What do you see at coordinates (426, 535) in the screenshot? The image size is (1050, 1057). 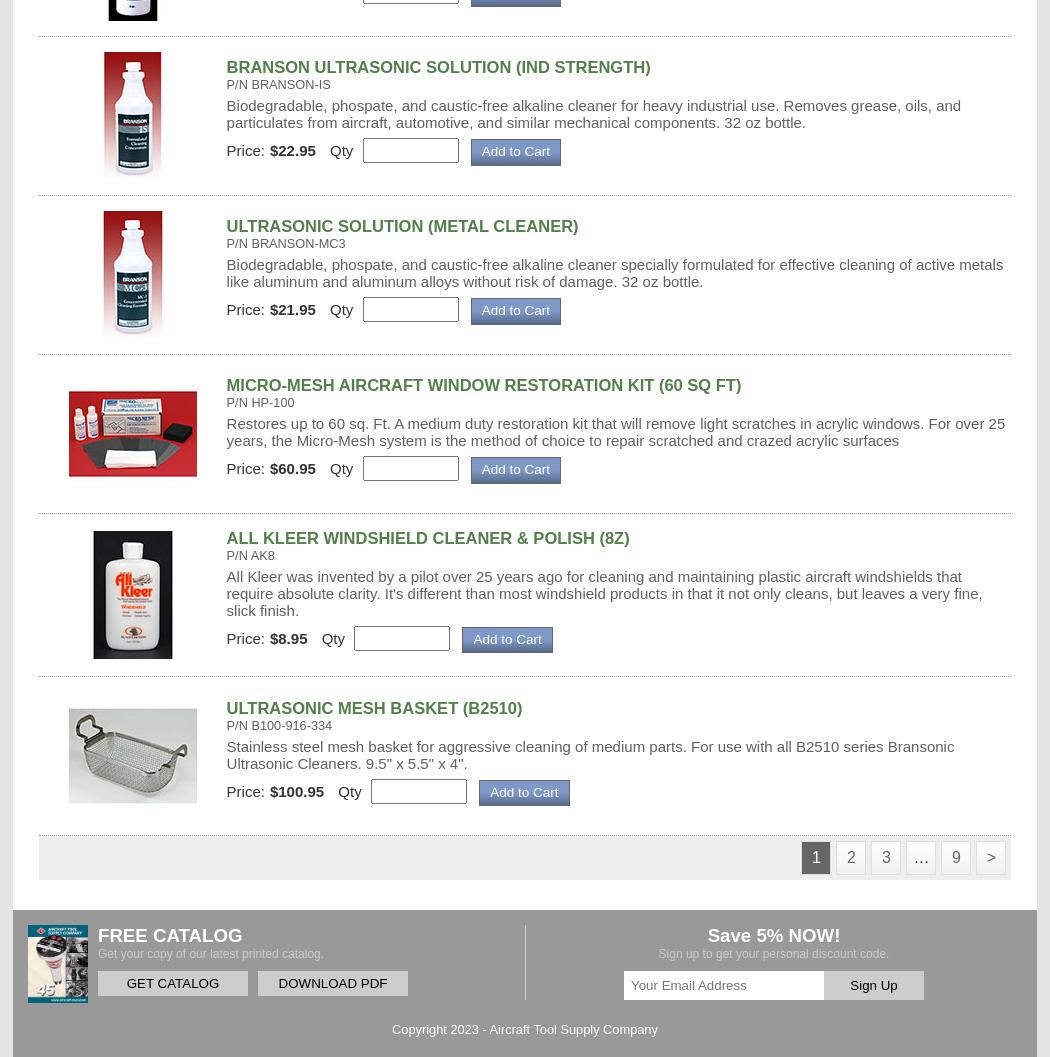 I see `'ALL KLEER WINDSHIELD CLEANER & POLISH (8Z)'` at bounding box center [426, 535].